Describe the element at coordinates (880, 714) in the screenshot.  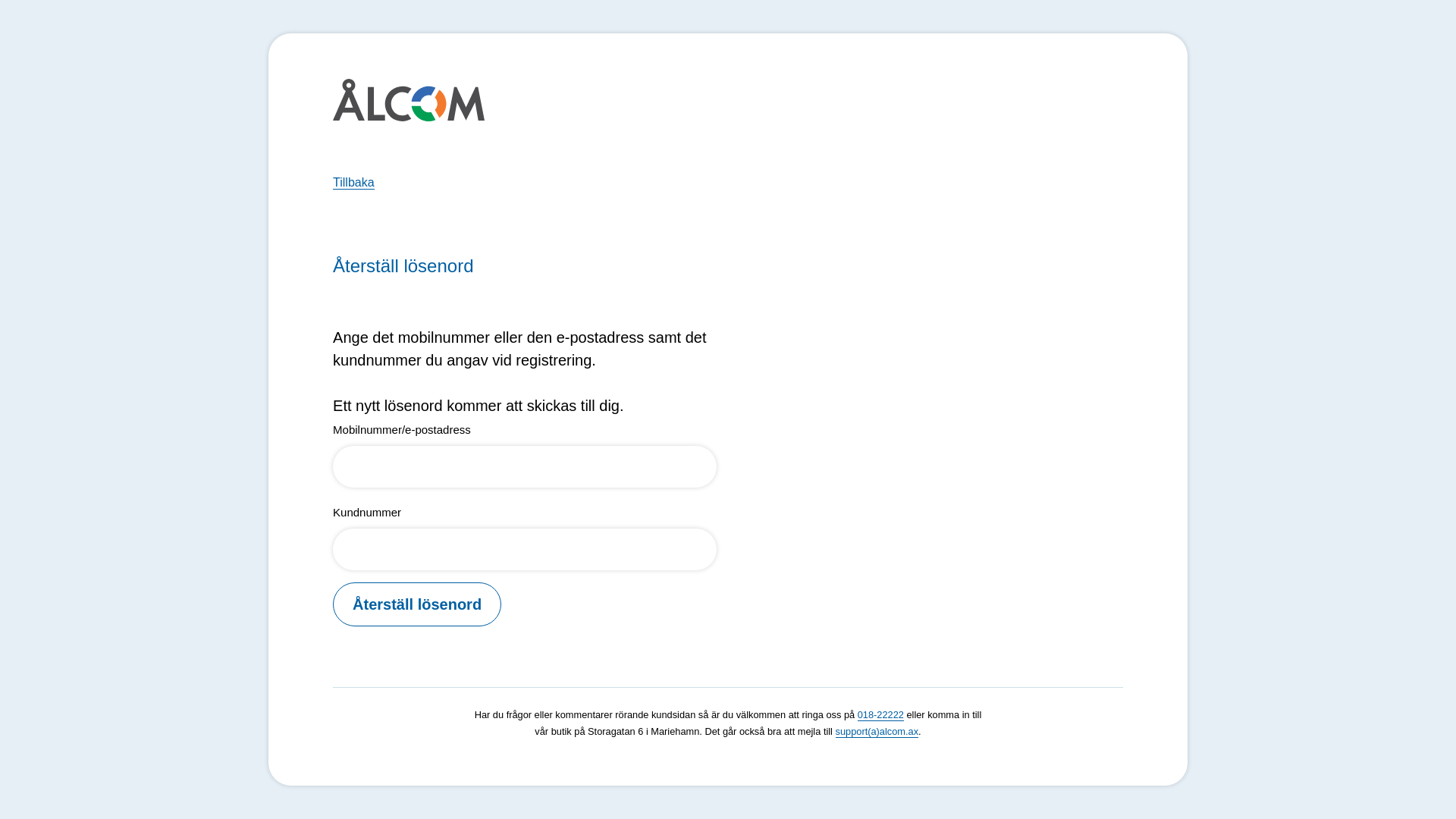
I see `'018-22222'` at that location.